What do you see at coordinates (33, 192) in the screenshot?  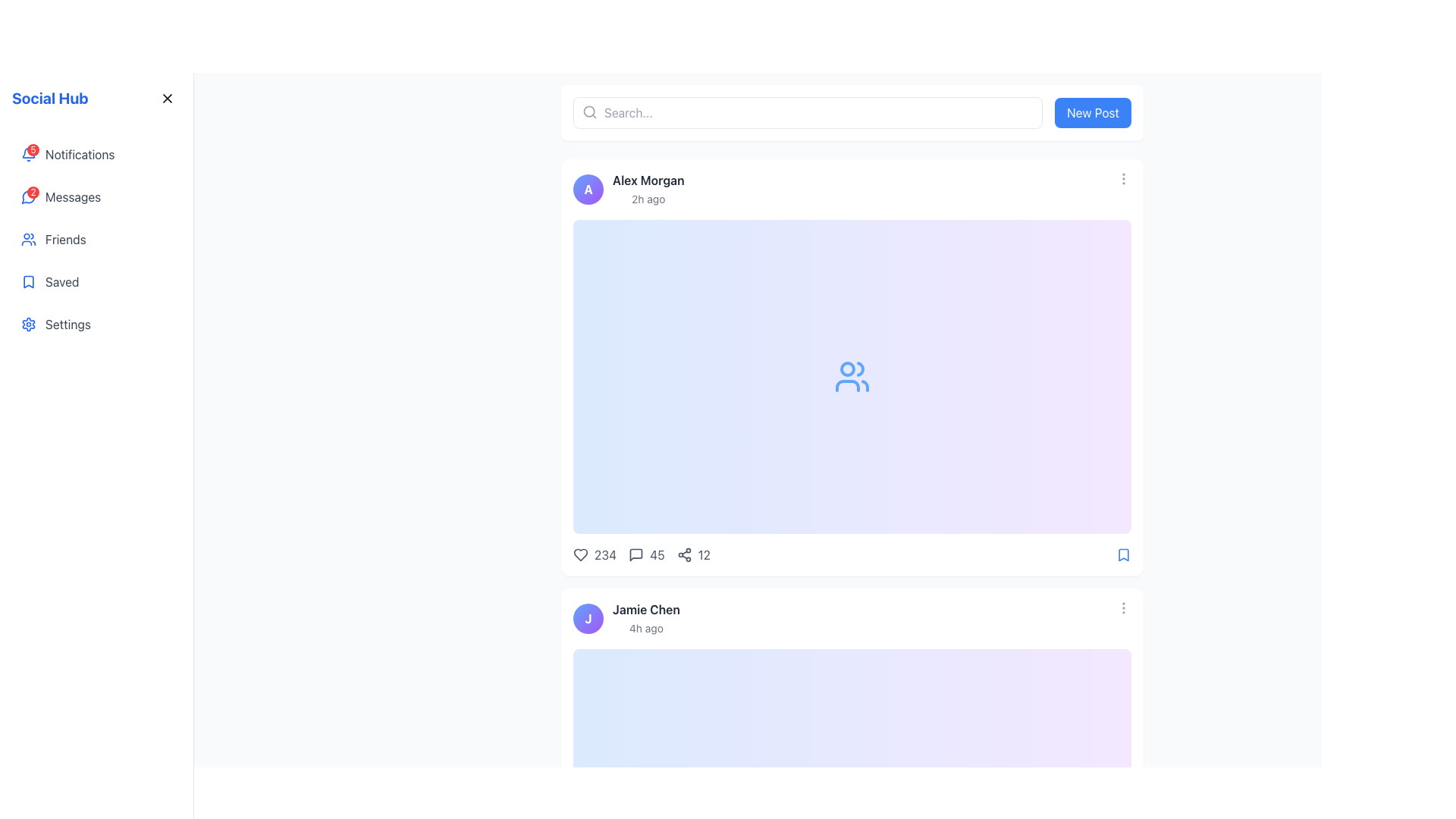 I see `the notification count displayed on the Notification Badge located at the top-right corner of the Messages menu, which indicates two unread messages` at bounding box center [33, 192].